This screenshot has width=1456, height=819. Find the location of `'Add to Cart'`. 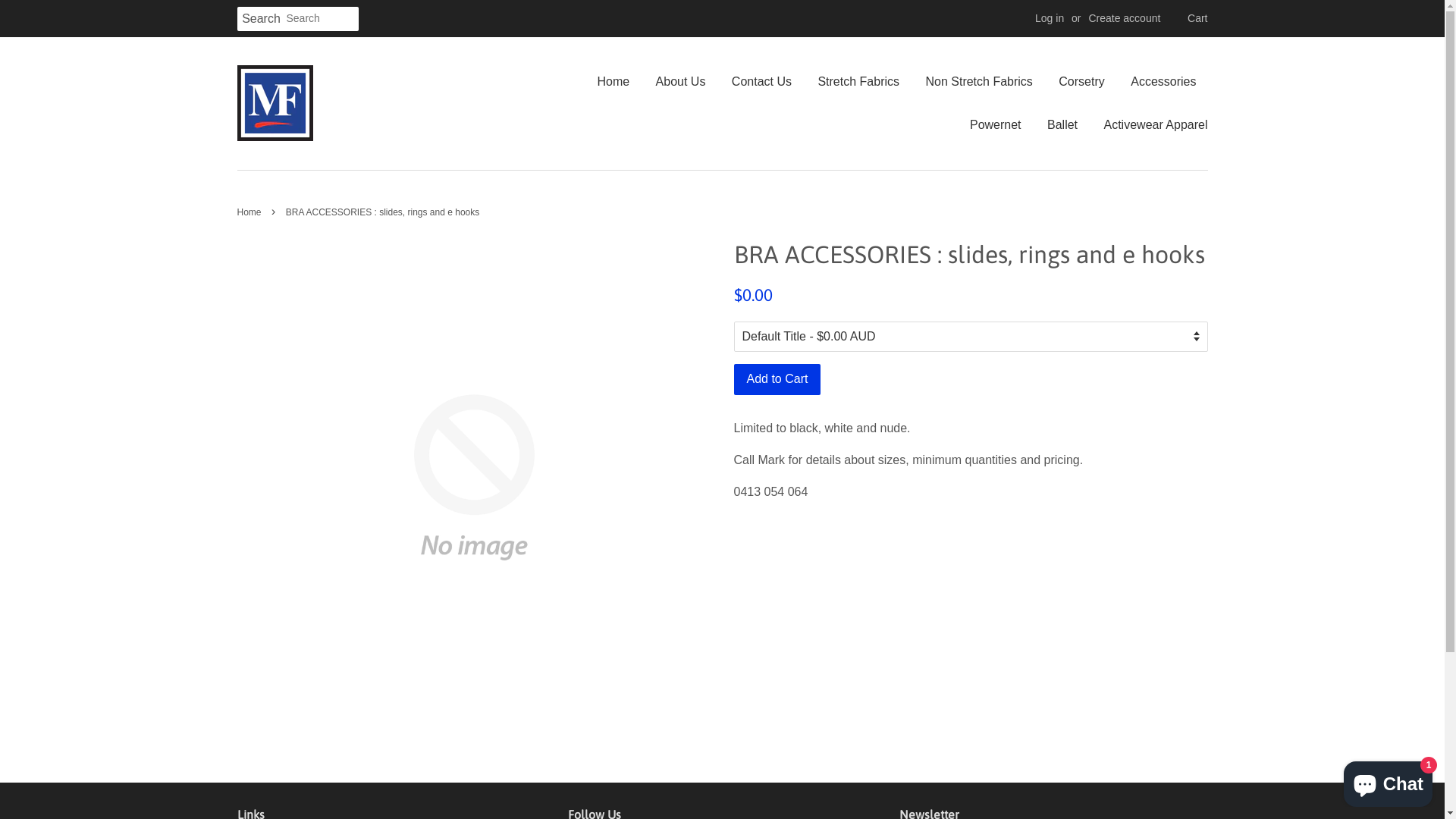

'Add to Cart' is located at coordinates (777, 378).